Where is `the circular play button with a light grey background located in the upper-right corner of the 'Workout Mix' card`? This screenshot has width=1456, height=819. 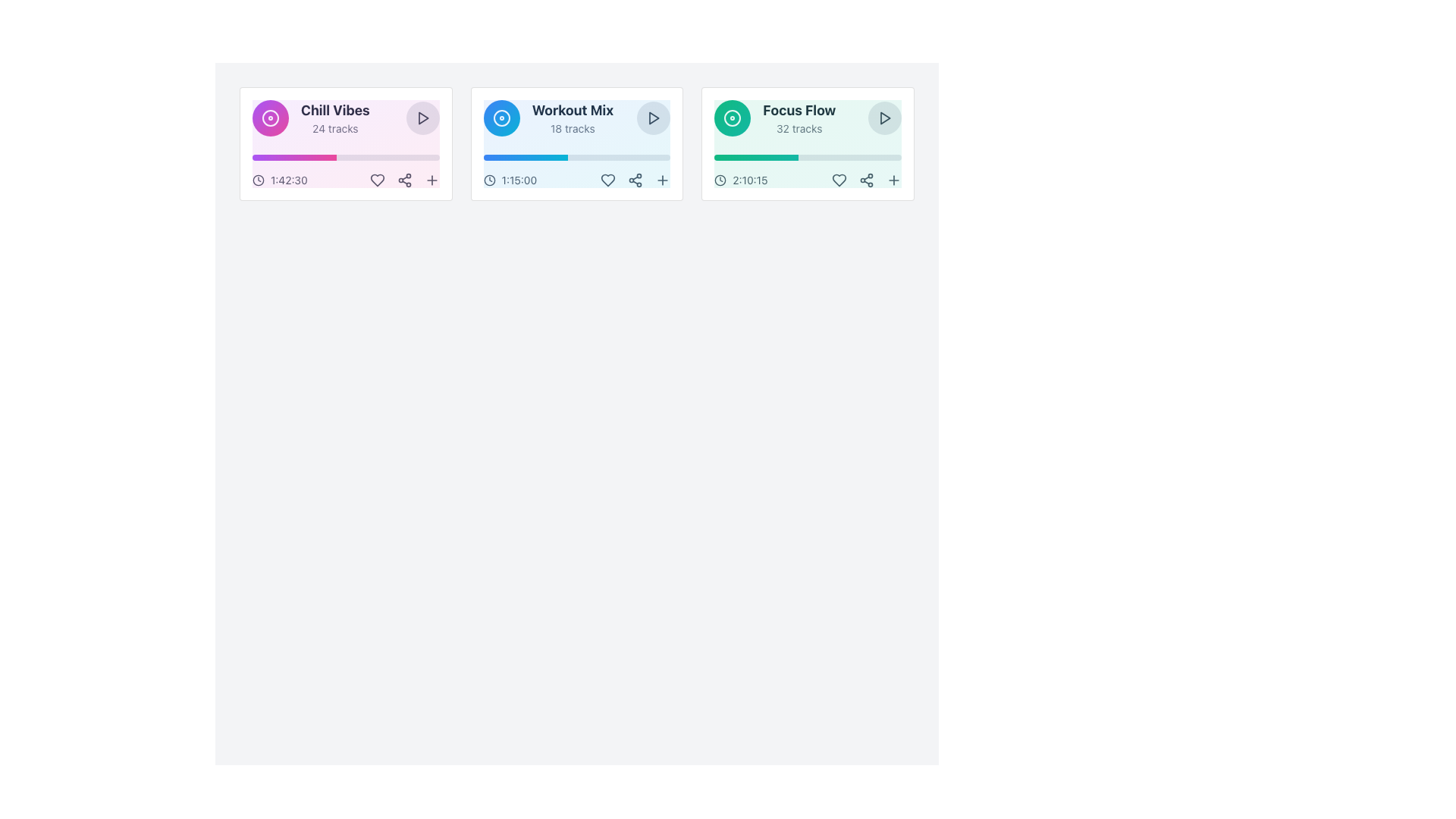 the circular play button with a light grey background located in the upper-right corner of the 'Workout Mix' card is located at coordinates (654, 117).